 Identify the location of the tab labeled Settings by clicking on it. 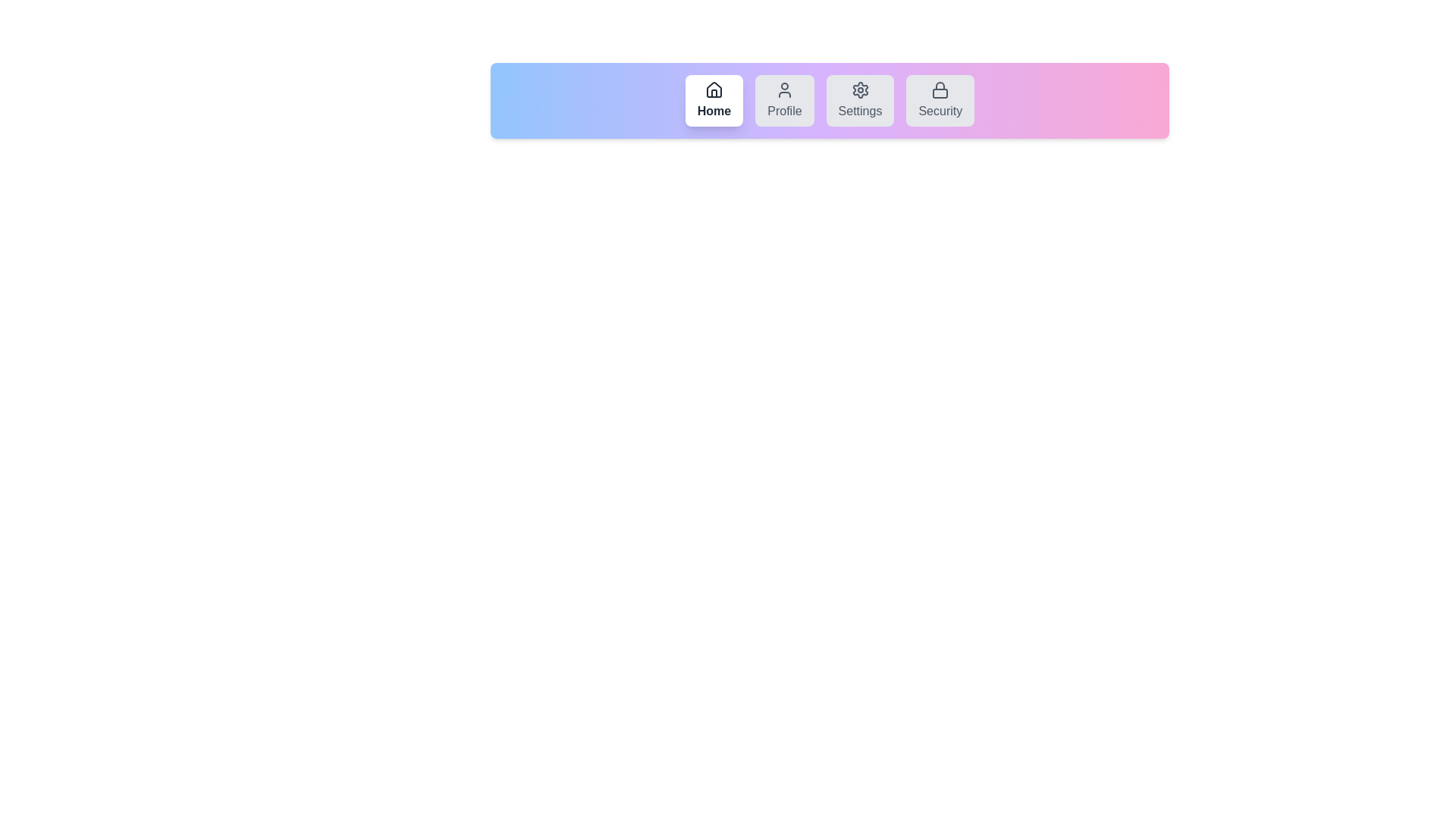
(859, 100).